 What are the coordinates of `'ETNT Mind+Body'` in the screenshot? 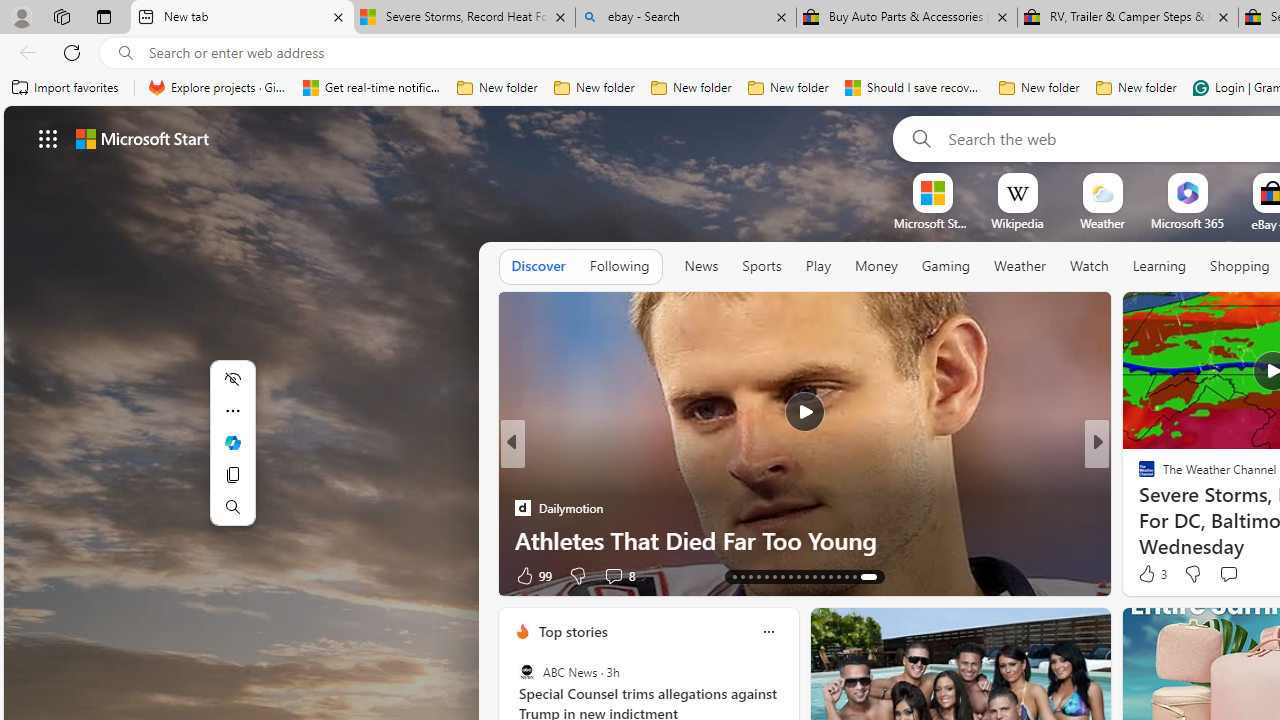 It's located at (1138, 475).